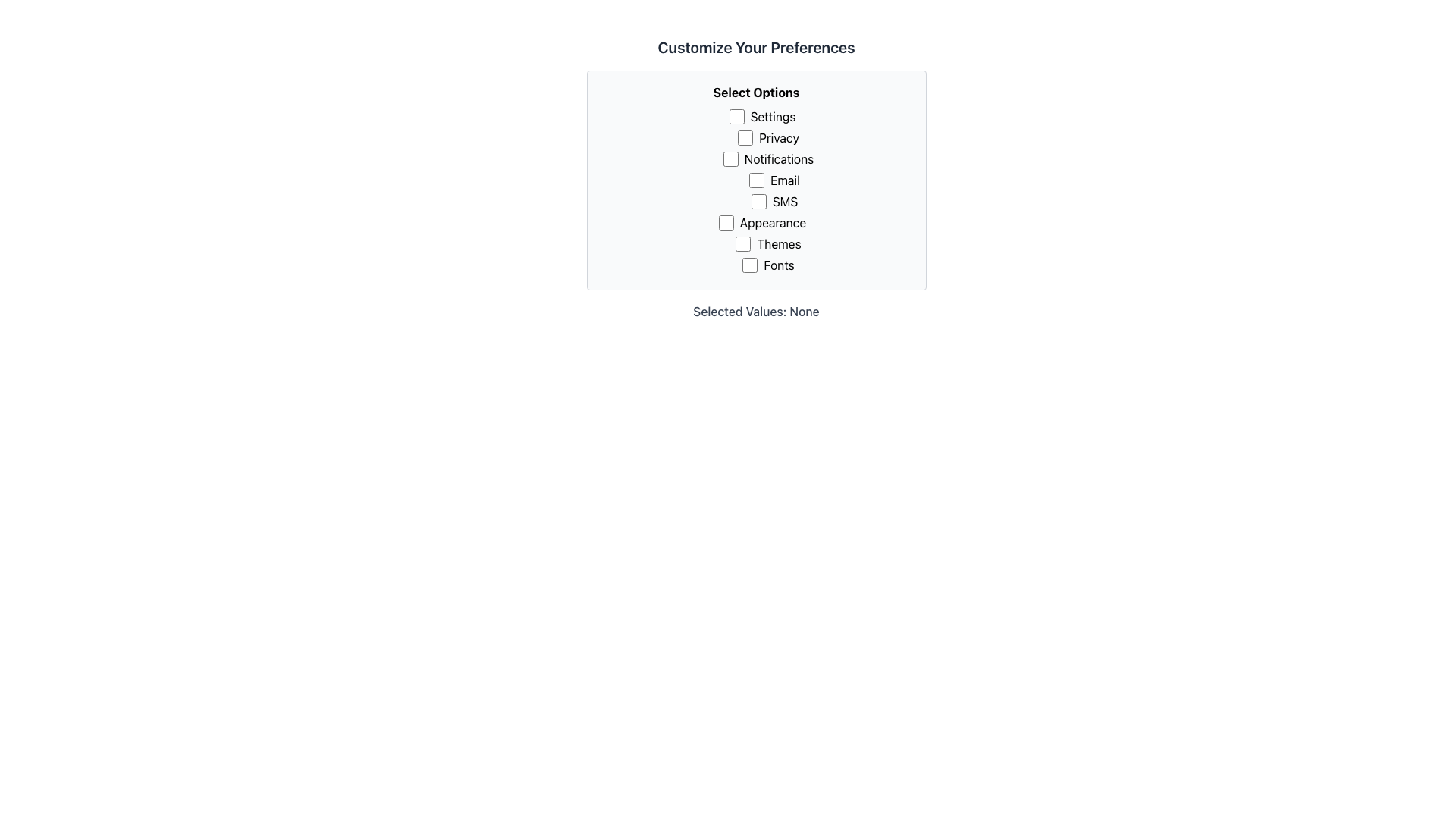  I want to click on the first labeled checkbox in the 'Select Options' section to check or uncheck it, so click(762, 116).